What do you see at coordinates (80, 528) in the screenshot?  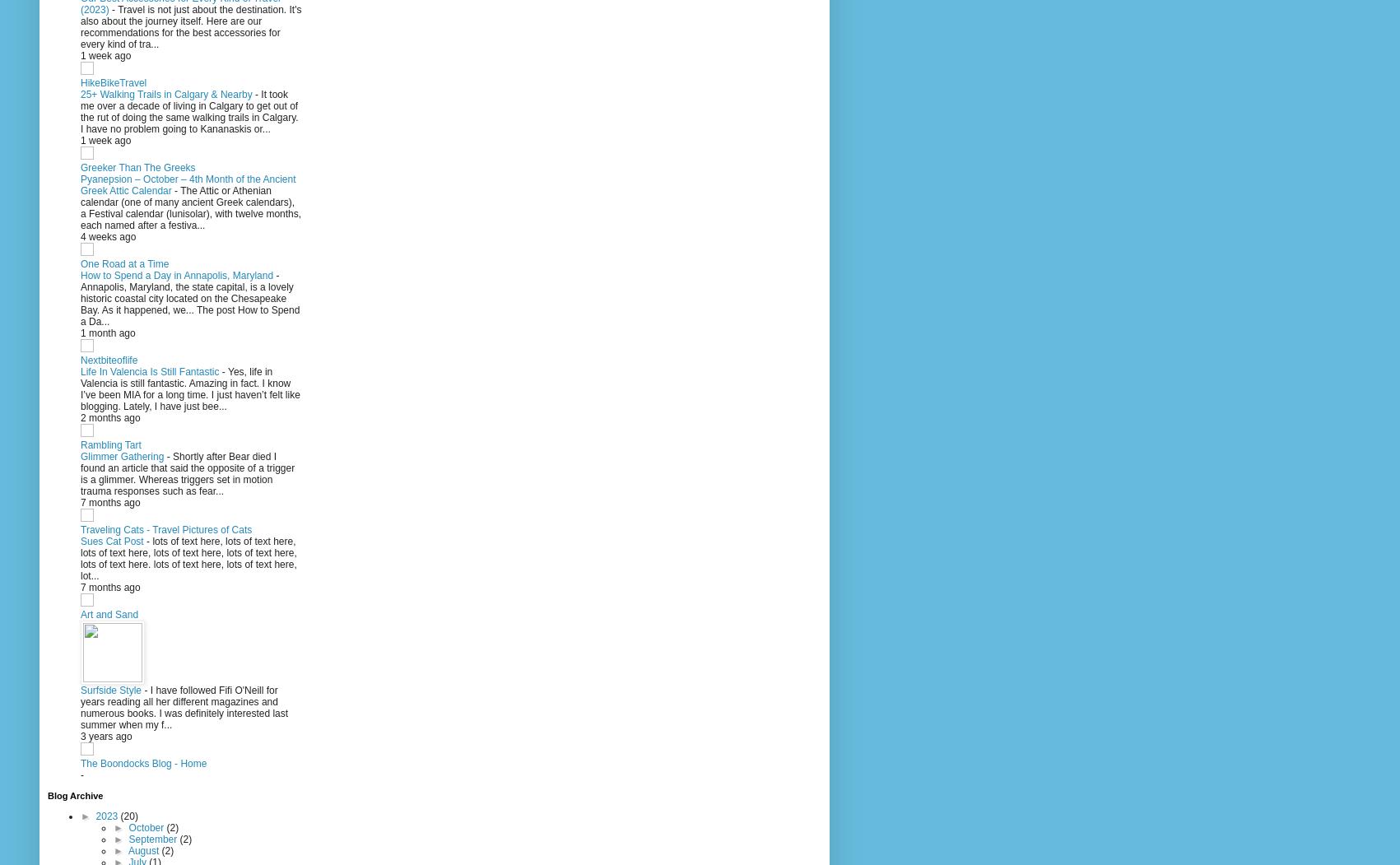 I see `'Traveling Cats - Travel Pictures of Cats'` at bounding box center [80, 528].